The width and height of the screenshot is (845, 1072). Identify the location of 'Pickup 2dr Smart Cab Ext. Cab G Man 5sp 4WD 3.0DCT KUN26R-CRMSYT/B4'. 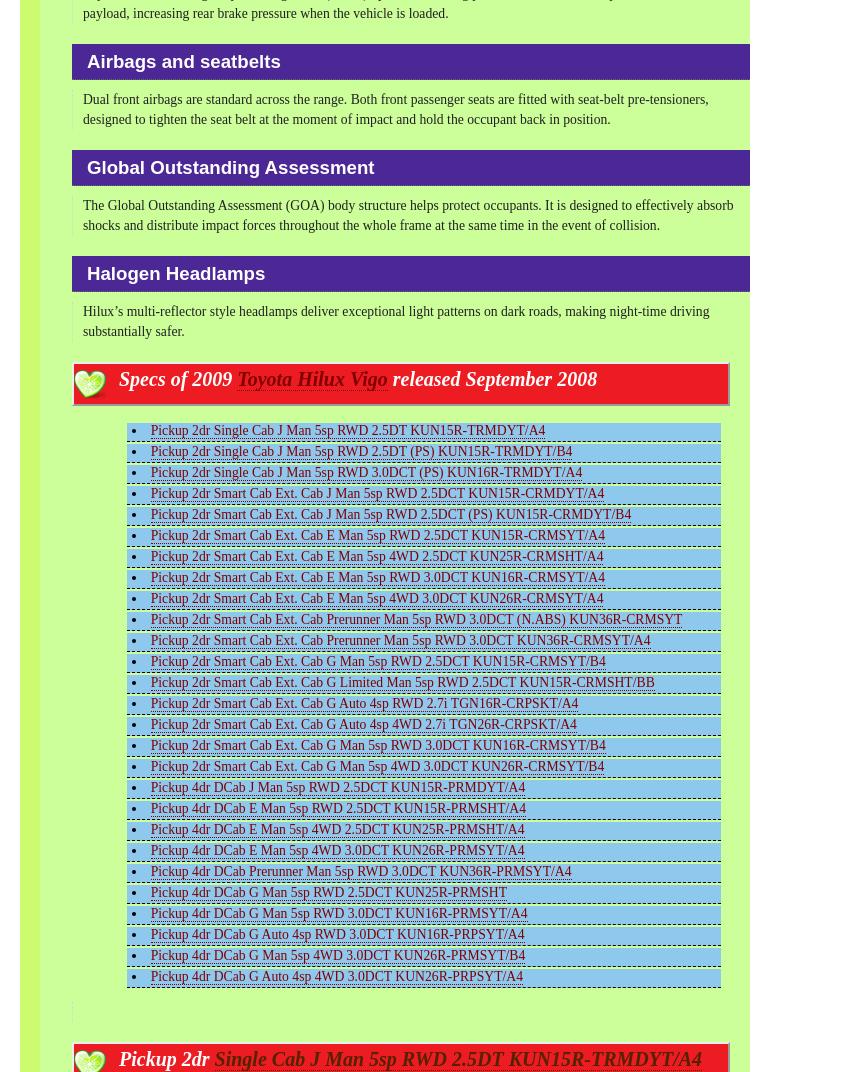
(376, 765).